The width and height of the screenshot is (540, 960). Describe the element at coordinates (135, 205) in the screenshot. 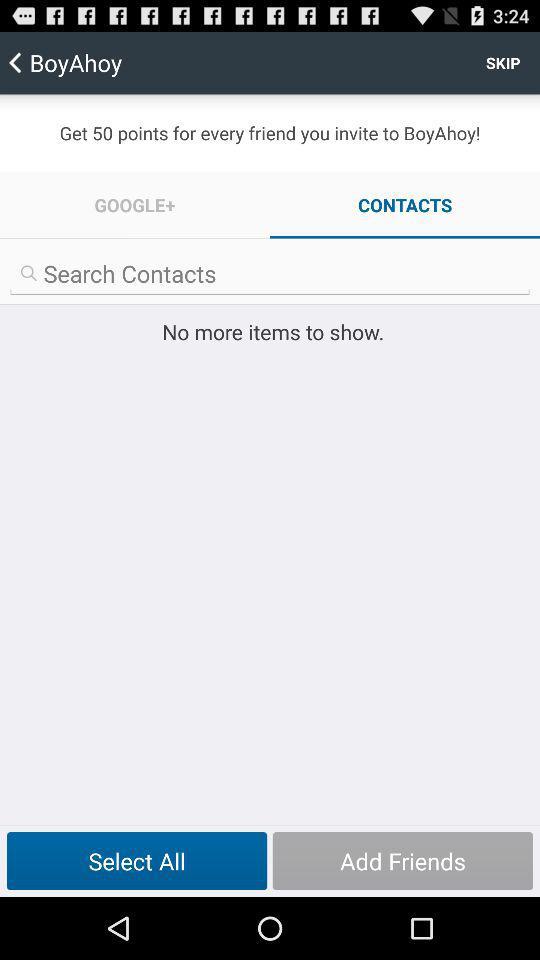

I see `icon to the left of contacts` at that location.